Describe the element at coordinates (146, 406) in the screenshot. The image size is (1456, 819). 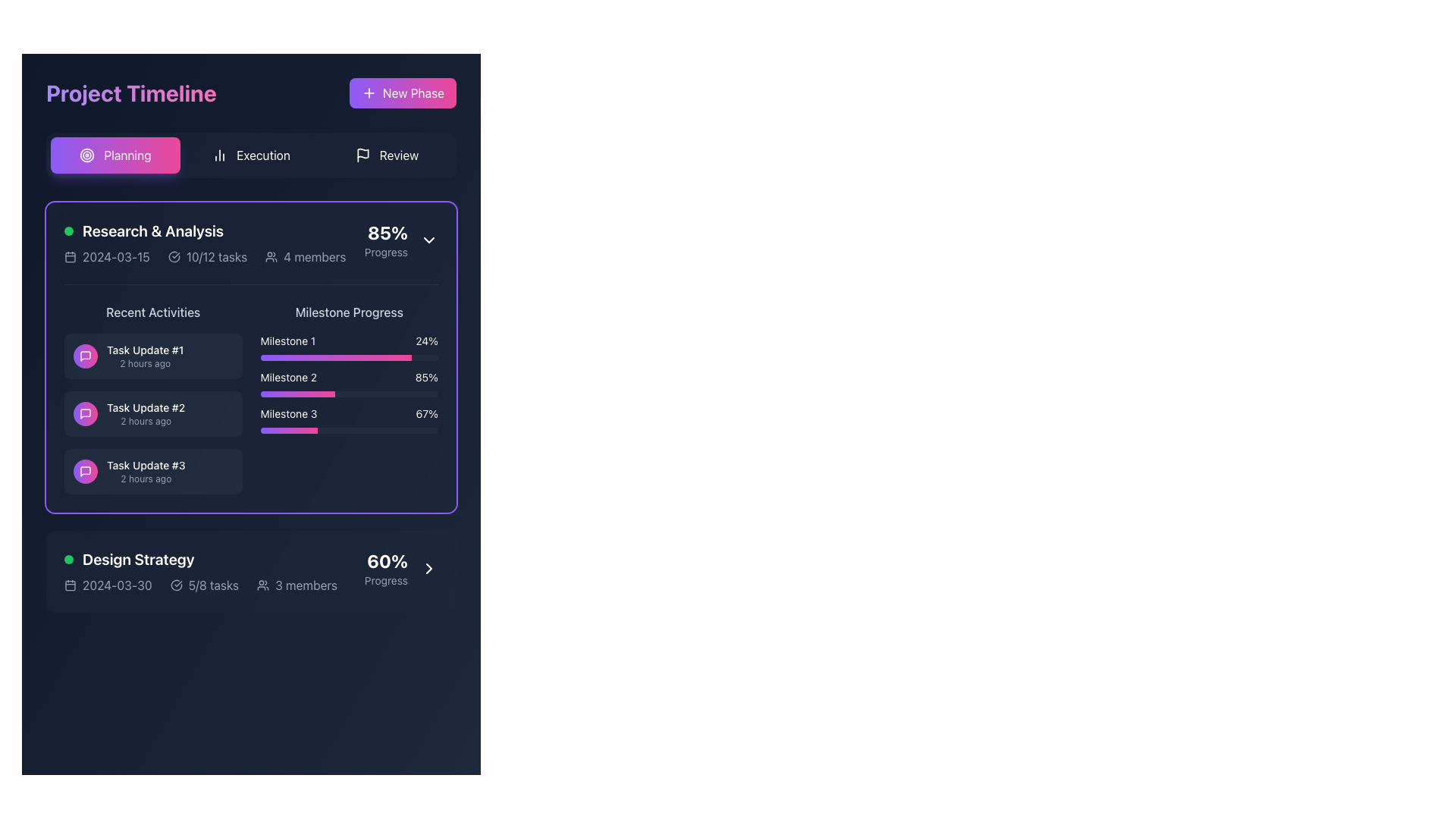
I see `the text label 'Task Update #2' located in the 'Recent Activities' section under 'Research & Analysis' in the project timeline interface` at that location.